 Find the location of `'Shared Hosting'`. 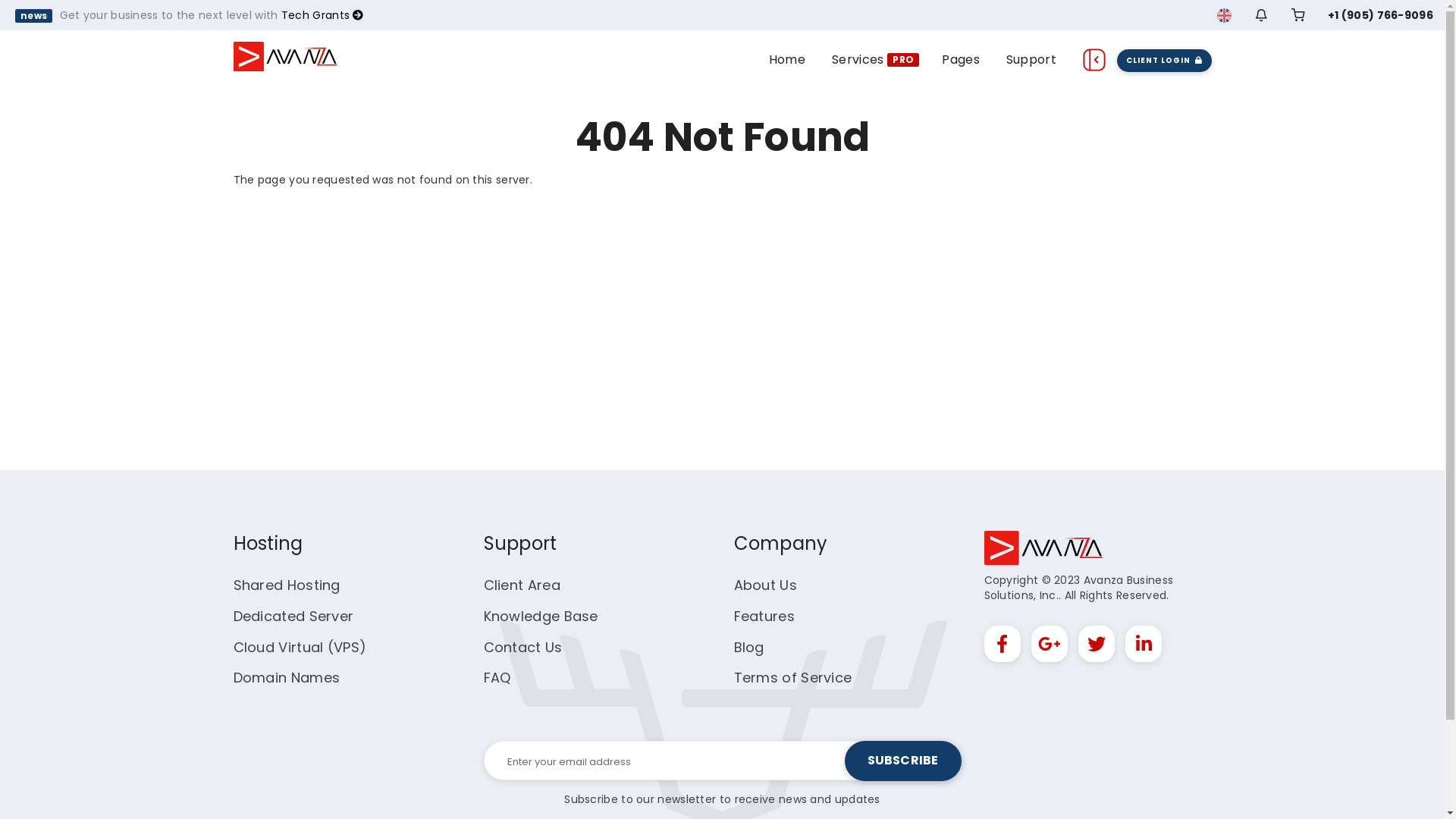

'Shared Hosting' is located at coordinates (287, 584).